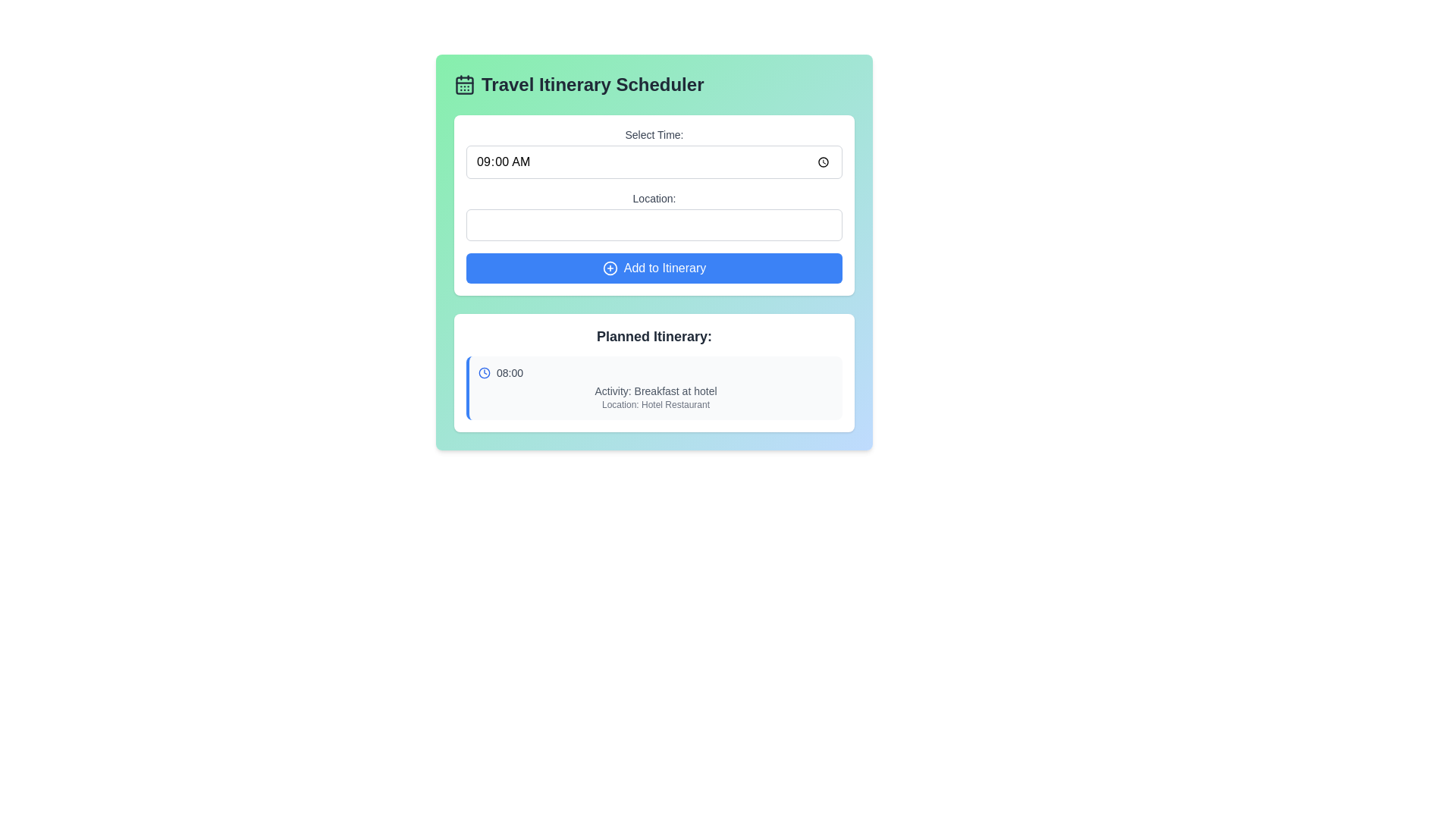 The height and width of the screenshot is (819, 1456). What do you see at coordinates (510, 373) in the screenshot?
I see `the text label displaying the time value '08:00' located to the right of the clock icon in the planned activity section` at bounding box center [510, 373].